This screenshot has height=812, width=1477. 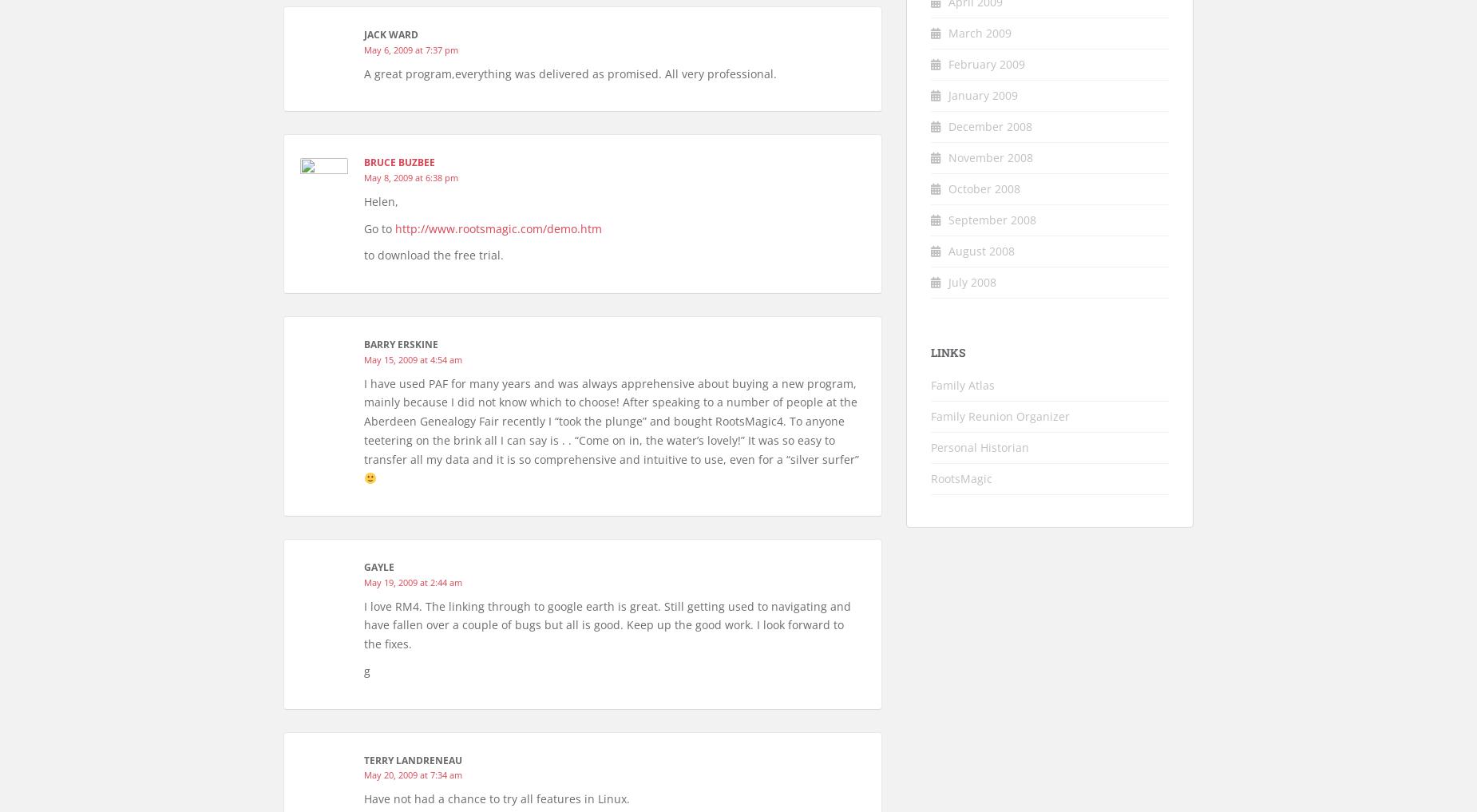 What do you see at coordinates (989, 125) in the screenshot?
I see `'December 2008'` at bounding box center [989, 125].